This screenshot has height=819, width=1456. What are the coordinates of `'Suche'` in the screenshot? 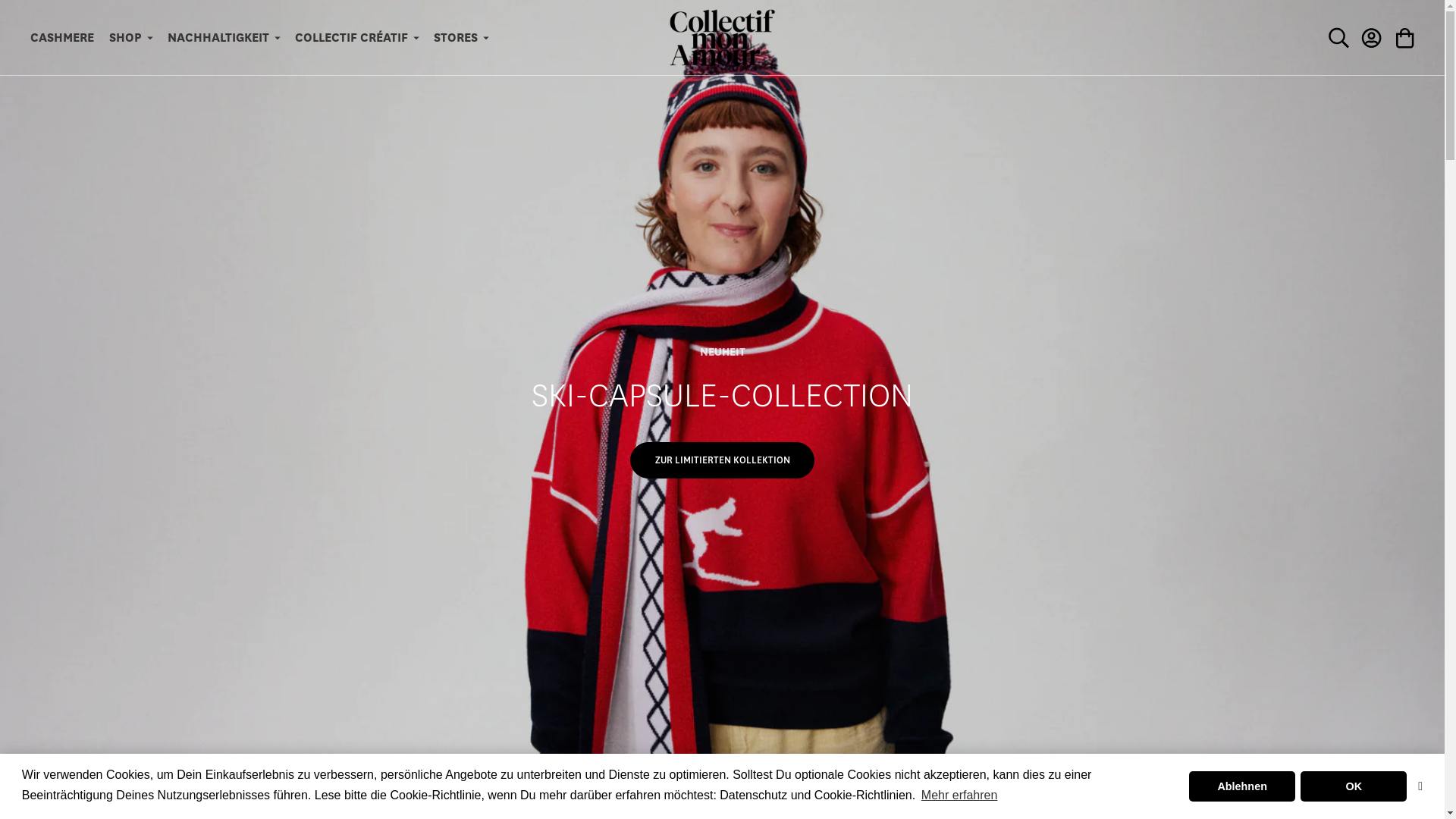 It's located at (1338, 37).